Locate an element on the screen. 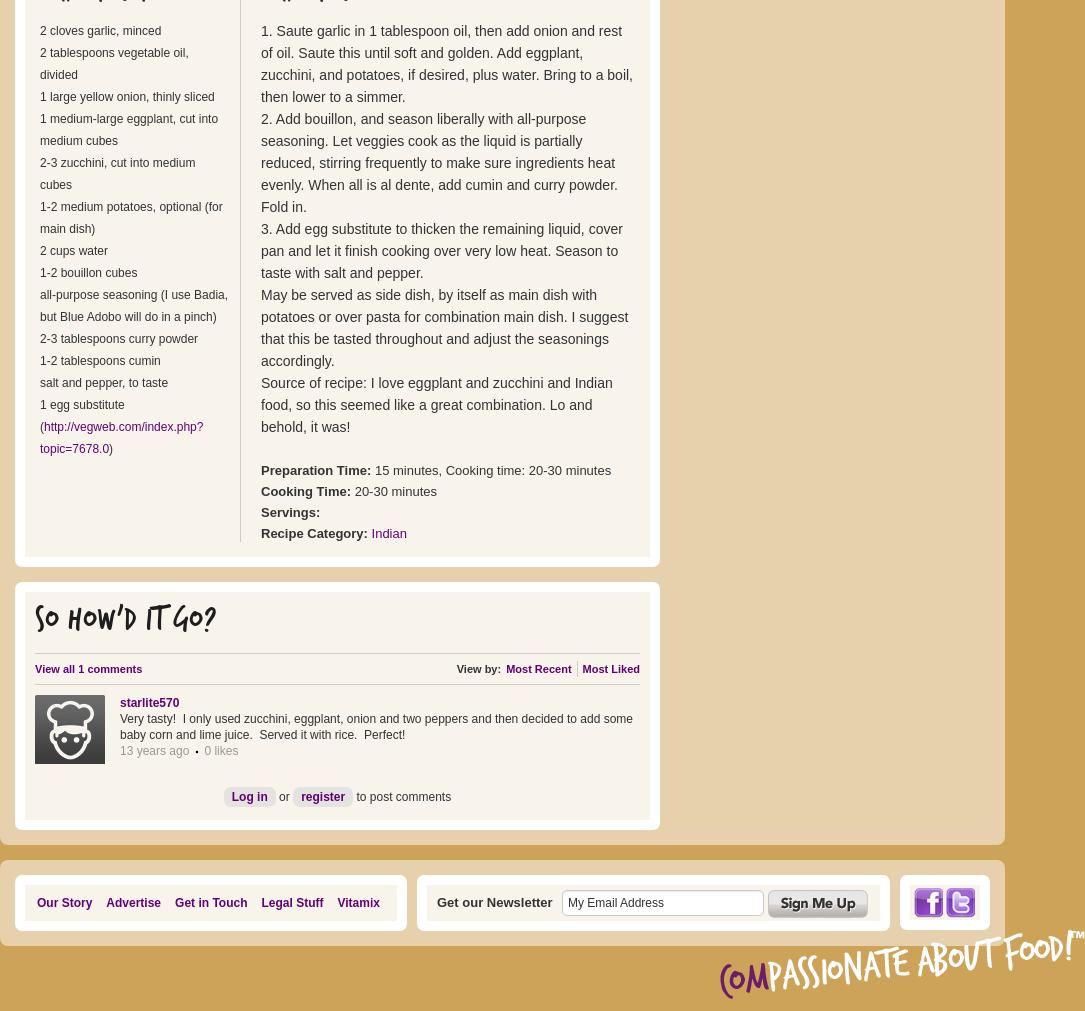 This screenshot has width=1085, height=1011. 'Log in' is located at coordinates (230, 795).